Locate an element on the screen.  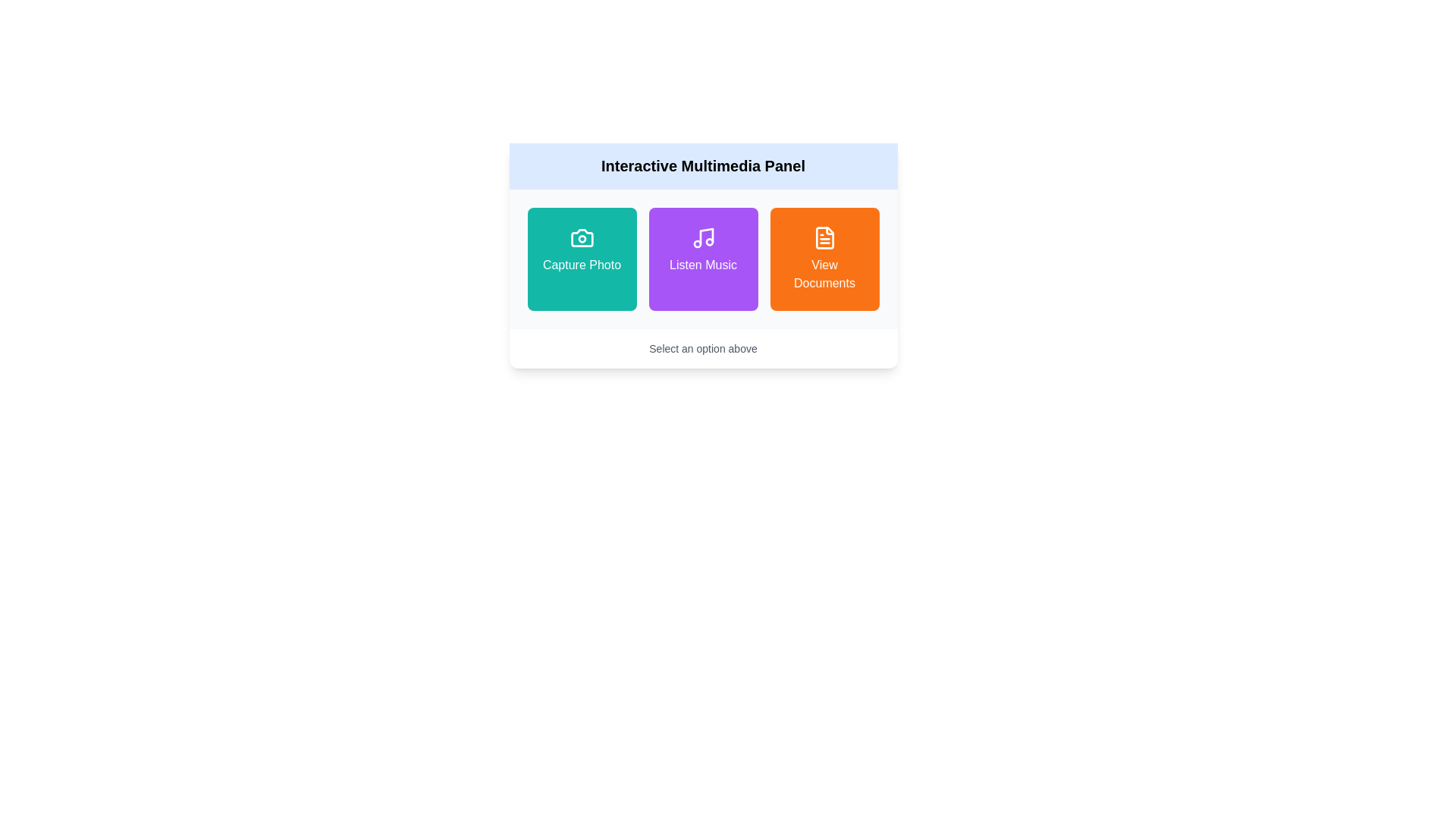
the 'View Documents' button, which is a vibrant orange rectangular button with white text and a file icon is located at coordinates (824, 259).